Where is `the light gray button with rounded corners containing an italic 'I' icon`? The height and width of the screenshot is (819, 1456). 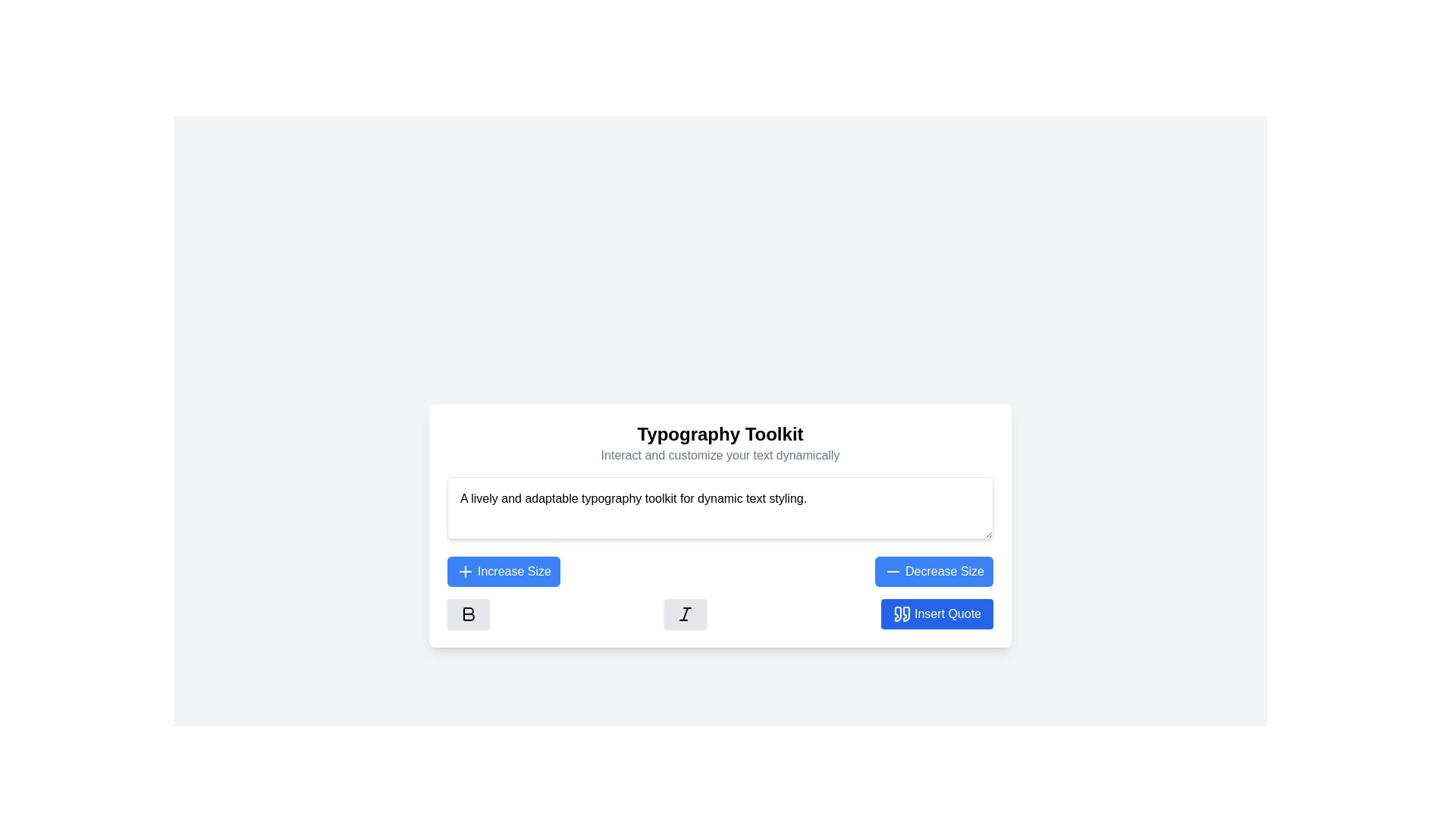
the light gray button with rounded corners containing an italic 'I' icon is located at coordinates (684, 613).